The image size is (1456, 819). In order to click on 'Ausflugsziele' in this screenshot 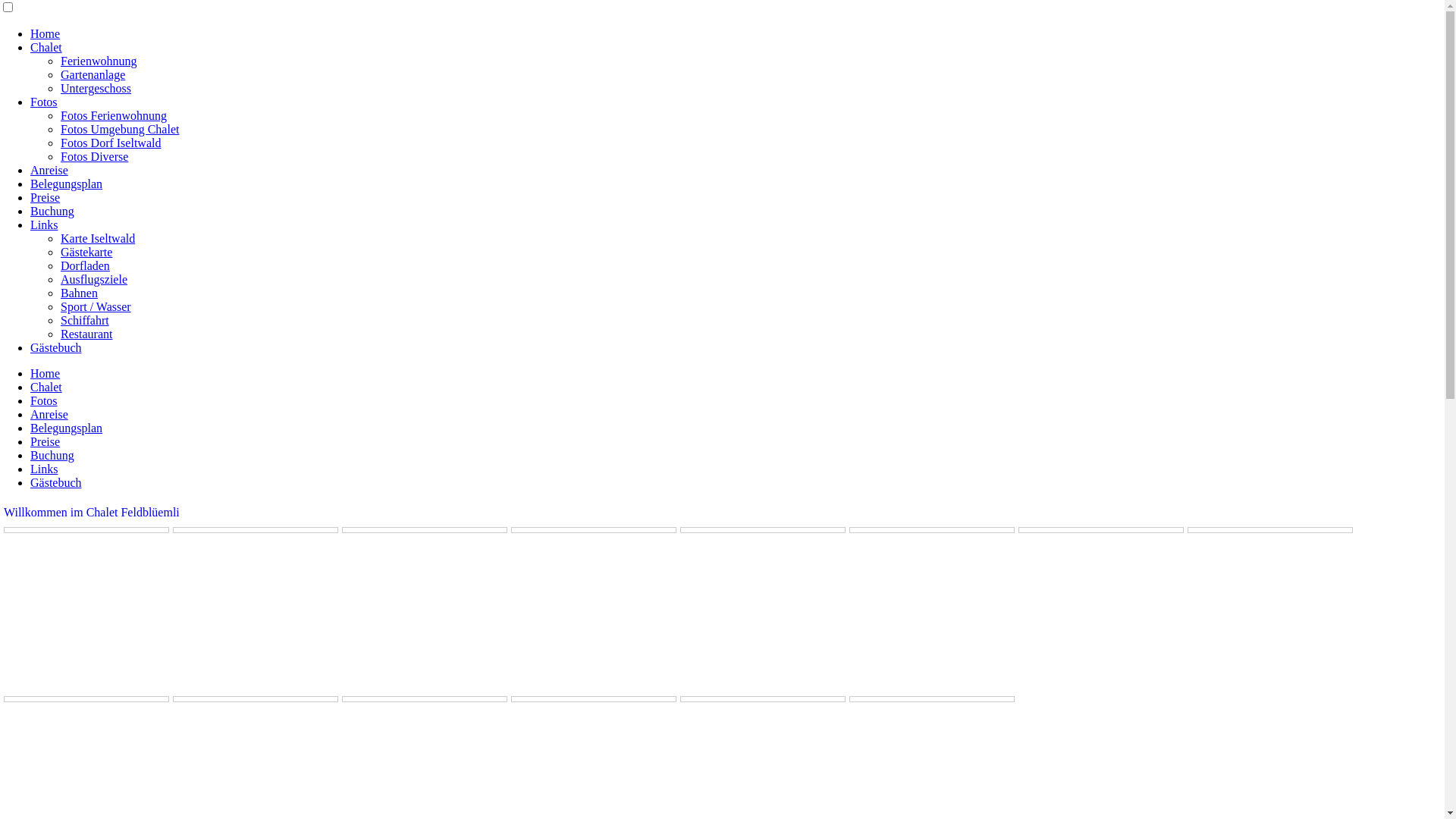, I will do `click(93, 279)`.